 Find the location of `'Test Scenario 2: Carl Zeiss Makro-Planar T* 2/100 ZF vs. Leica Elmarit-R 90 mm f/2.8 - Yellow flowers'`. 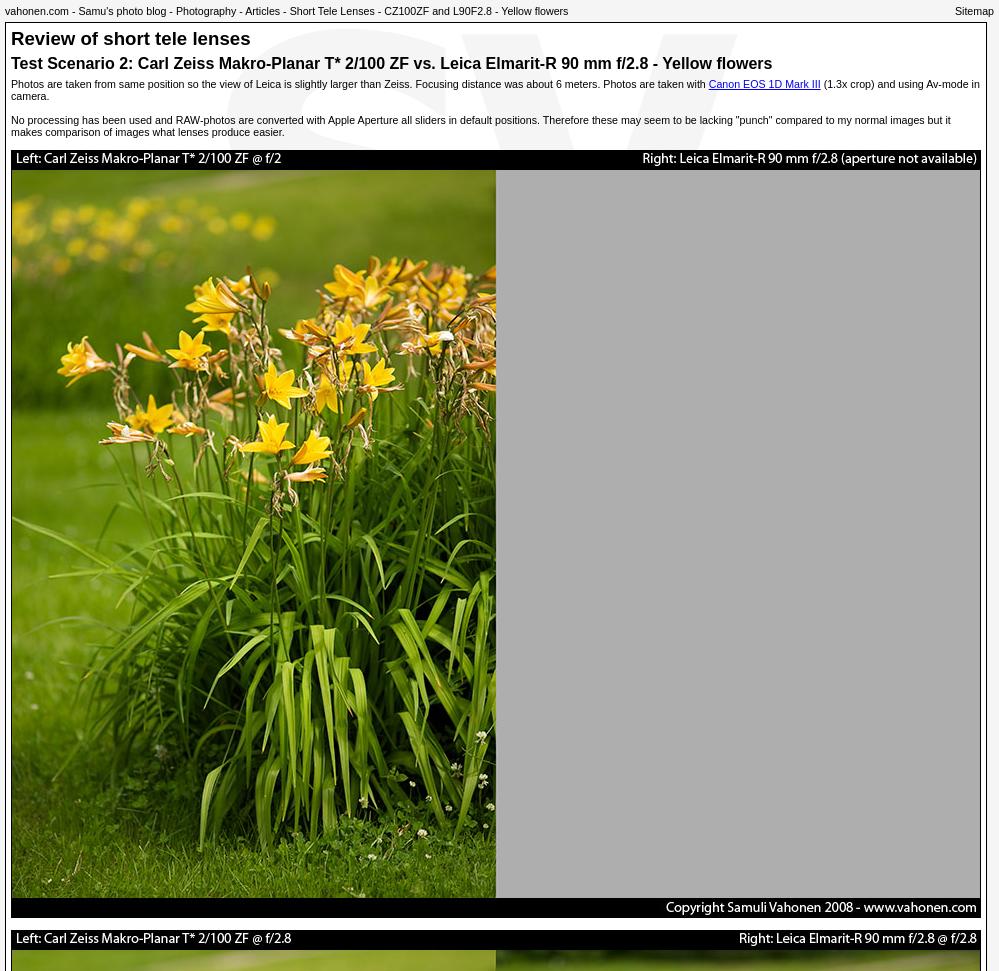

'Test Scenario 2: Carl Zeiss Makro-Planar T* 2/100 ZF vs. Leica Elmarit-R 90 mm f/2.8 - Yellow flowers' is located at coordinates (390, 62).